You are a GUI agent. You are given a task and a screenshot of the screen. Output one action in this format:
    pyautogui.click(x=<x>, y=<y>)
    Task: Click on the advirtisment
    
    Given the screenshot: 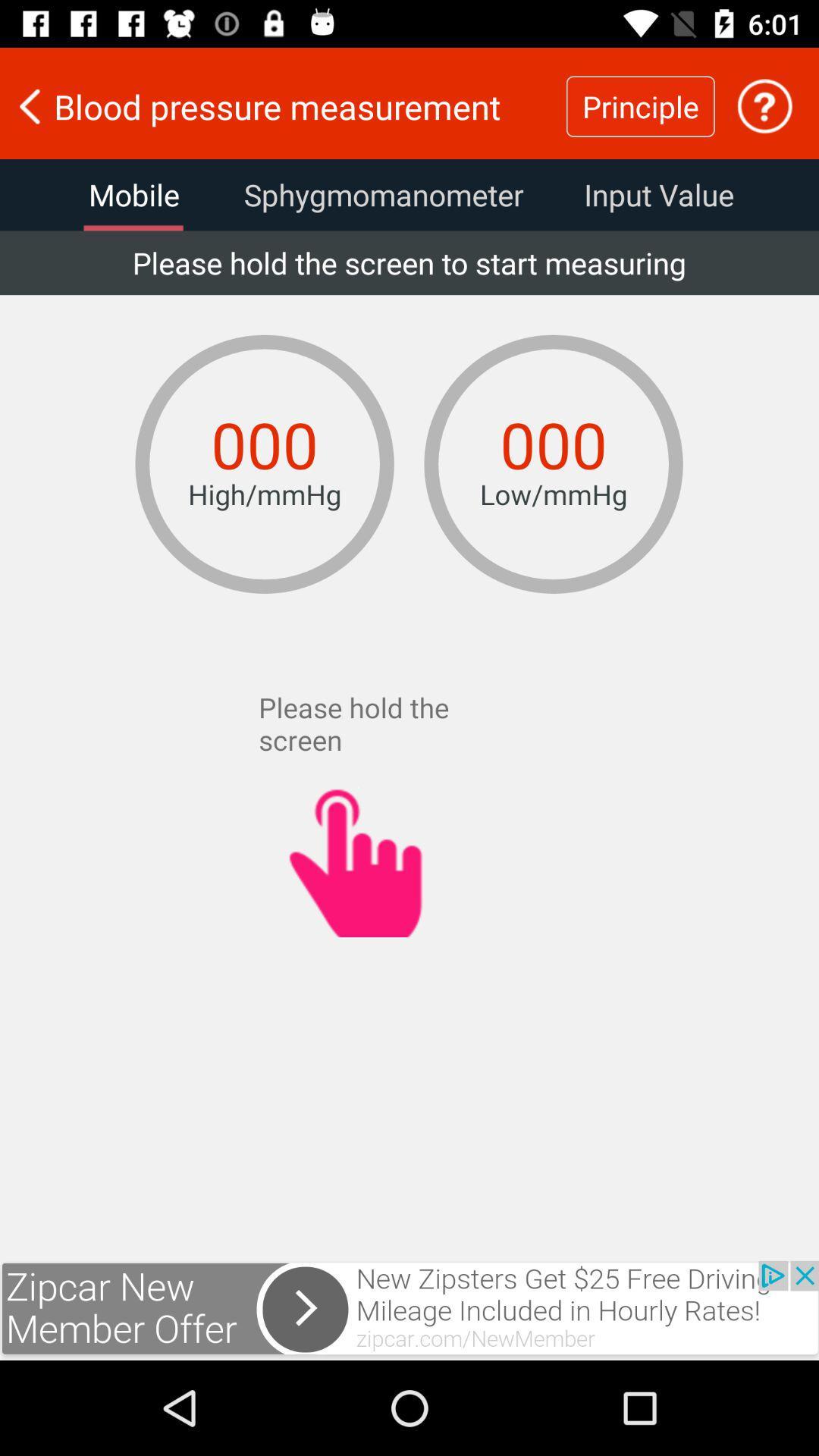 What is the action you would take?
    pyautogui.click(x=409, y=1310)
    